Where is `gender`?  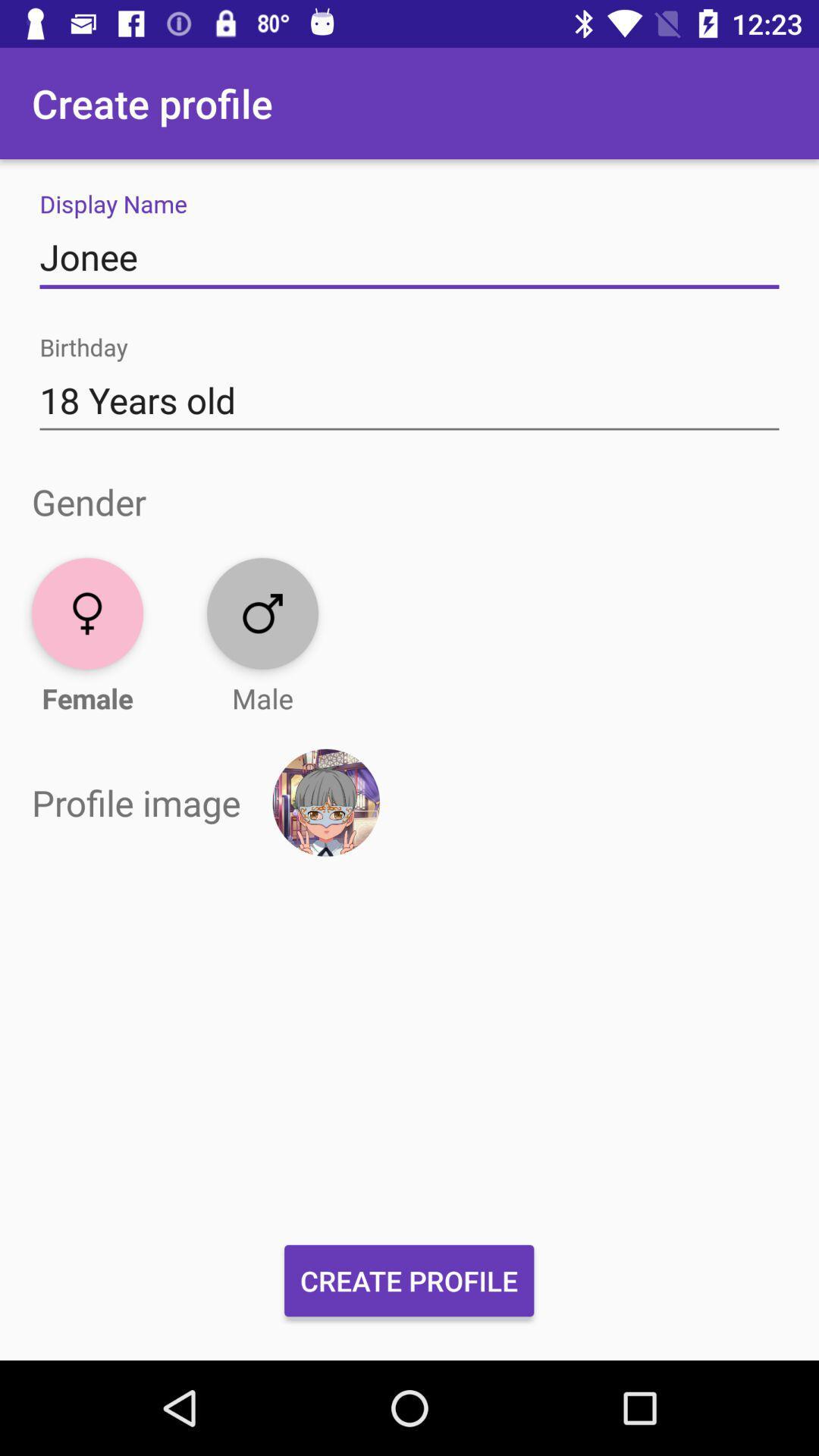 gender is located at coordinates (87, 613).